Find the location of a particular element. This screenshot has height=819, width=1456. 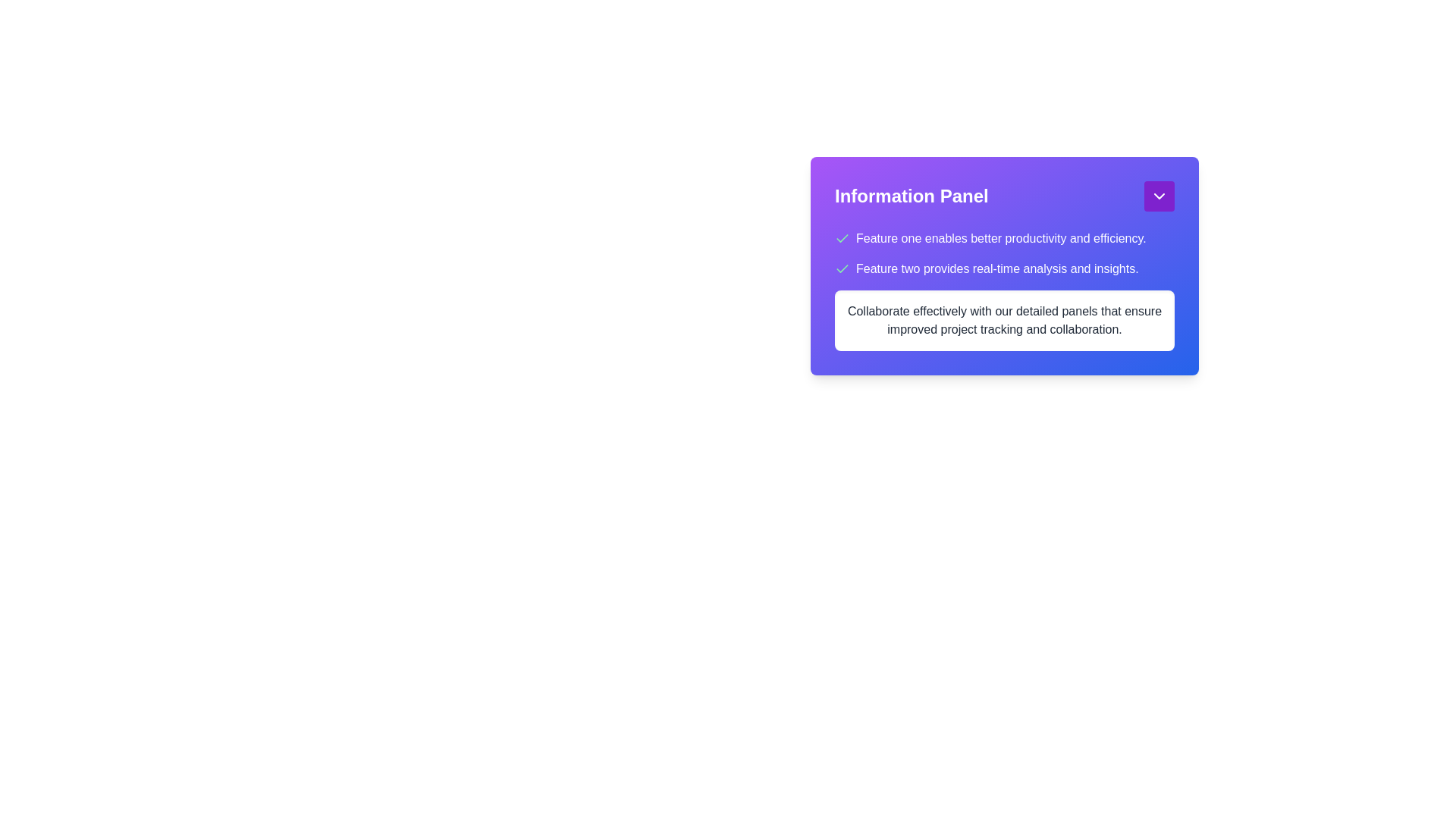

the decorative icon indicating the confirmation of an item in the list, located in the second row under the 'Information Panel' next to the text 'Feature two provides real-time analysis and insights.' is located at coordinates (841, 237).